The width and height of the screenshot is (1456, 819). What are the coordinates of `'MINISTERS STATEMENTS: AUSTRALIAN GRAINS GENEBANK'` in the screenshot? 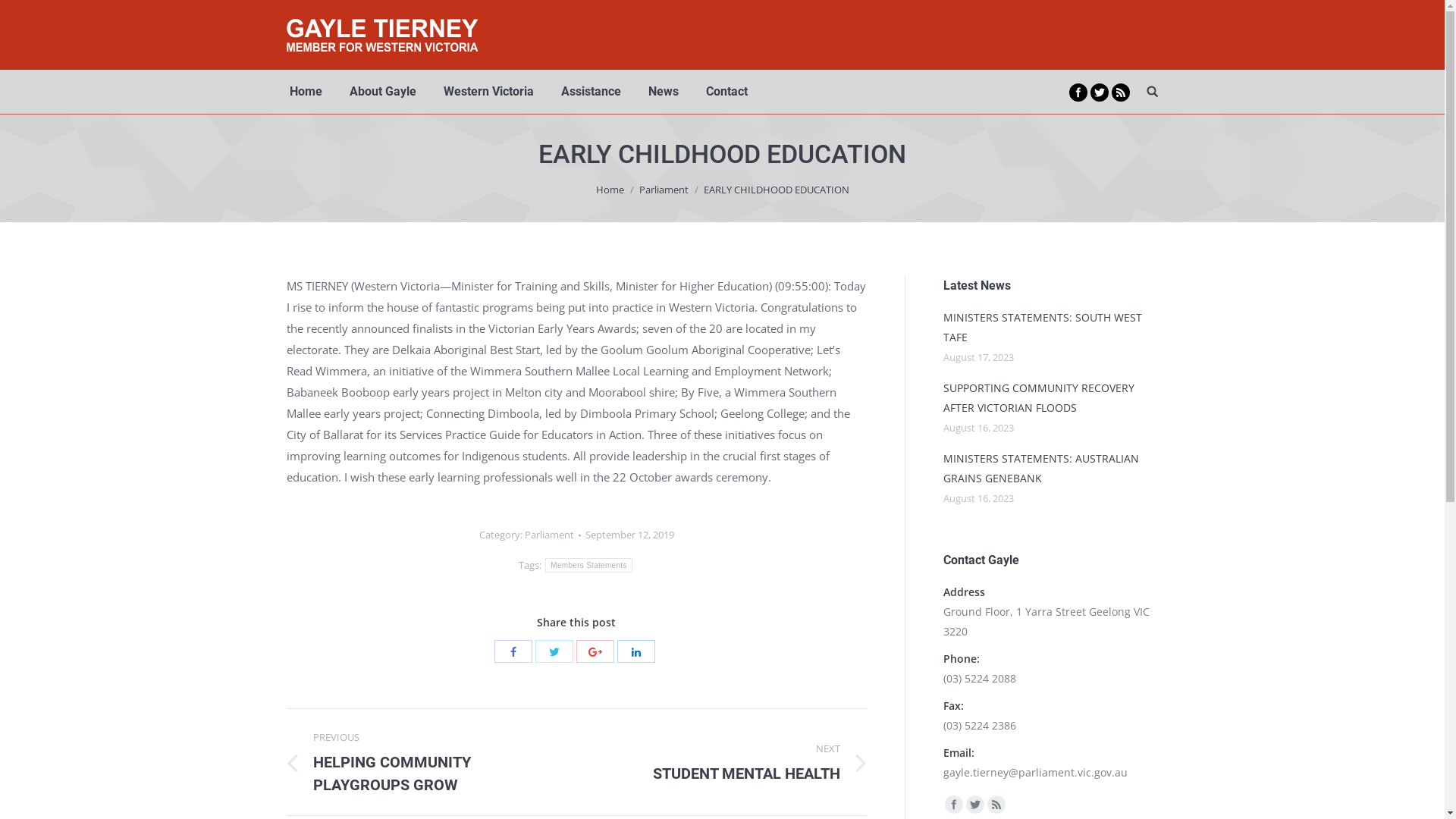 It's located at (1050, 467).